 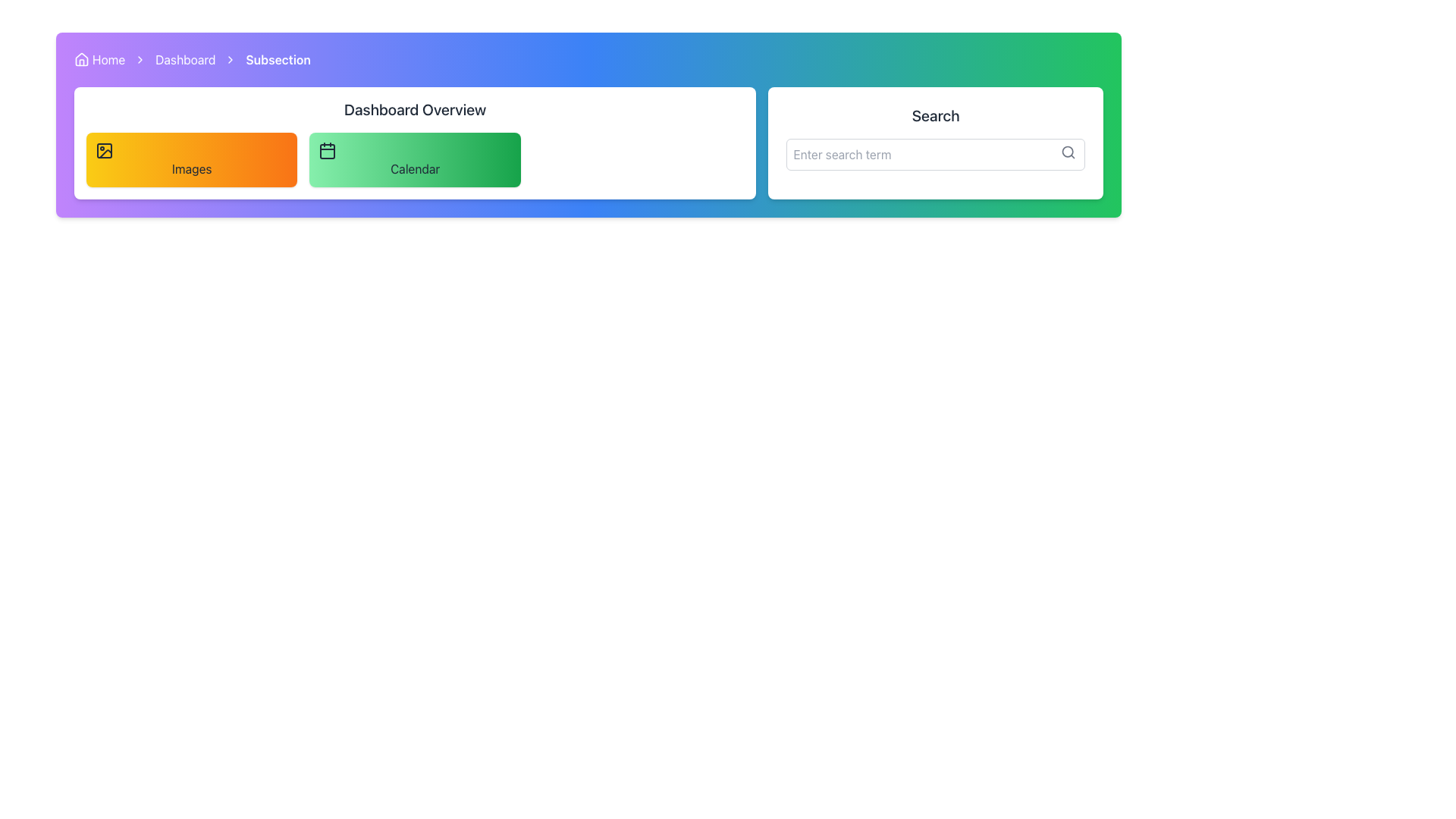 I want to click on the search icon button located at the far-right end of the 'Enter search term' input field in the 'Search' panel to trigger tooltip or animation effects, so click(x=1067, y=152).